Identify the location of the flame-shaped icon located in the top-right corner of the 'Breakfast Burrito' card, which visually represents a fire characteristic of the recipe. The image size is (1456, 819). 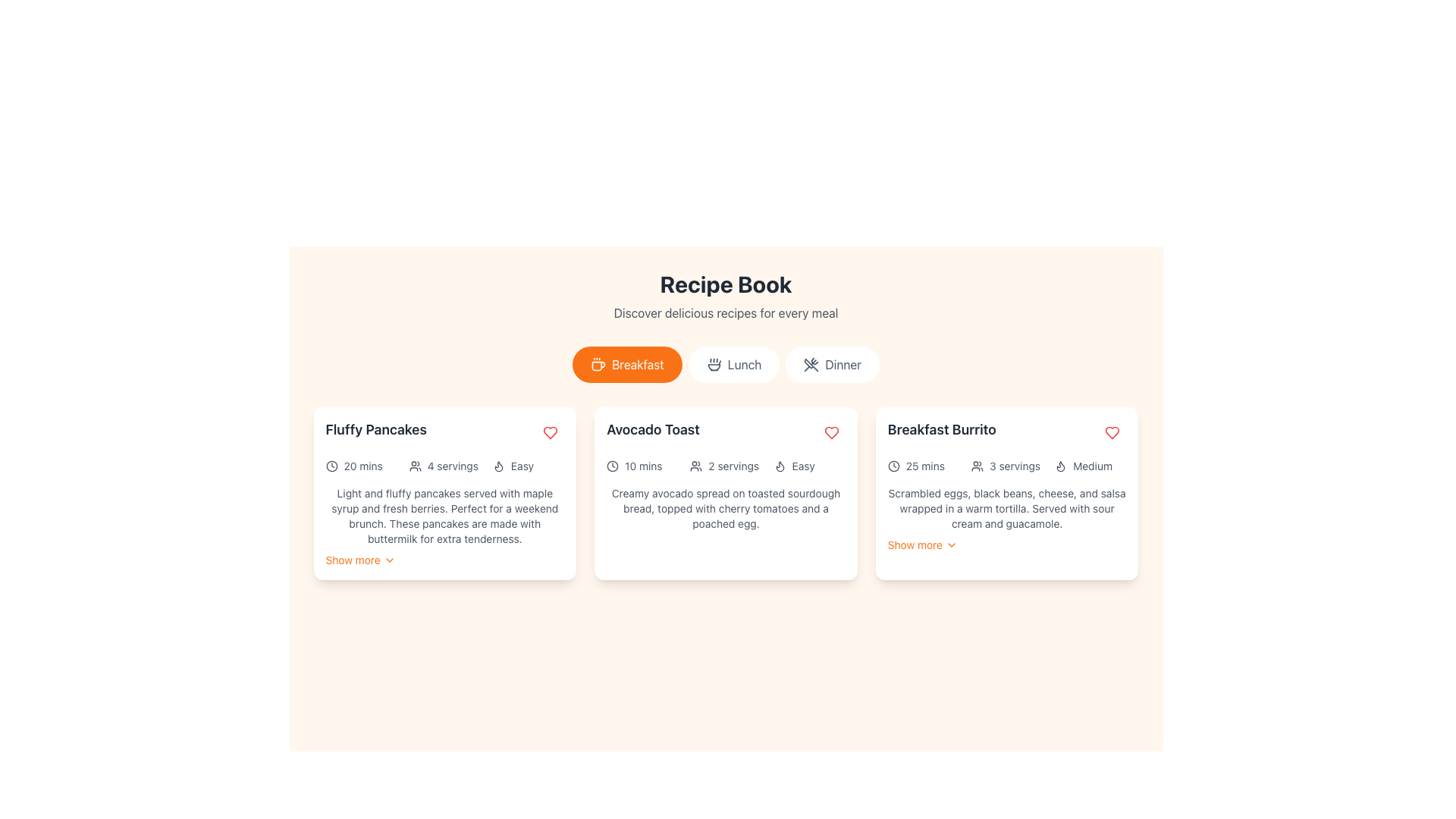
(1060, 466).